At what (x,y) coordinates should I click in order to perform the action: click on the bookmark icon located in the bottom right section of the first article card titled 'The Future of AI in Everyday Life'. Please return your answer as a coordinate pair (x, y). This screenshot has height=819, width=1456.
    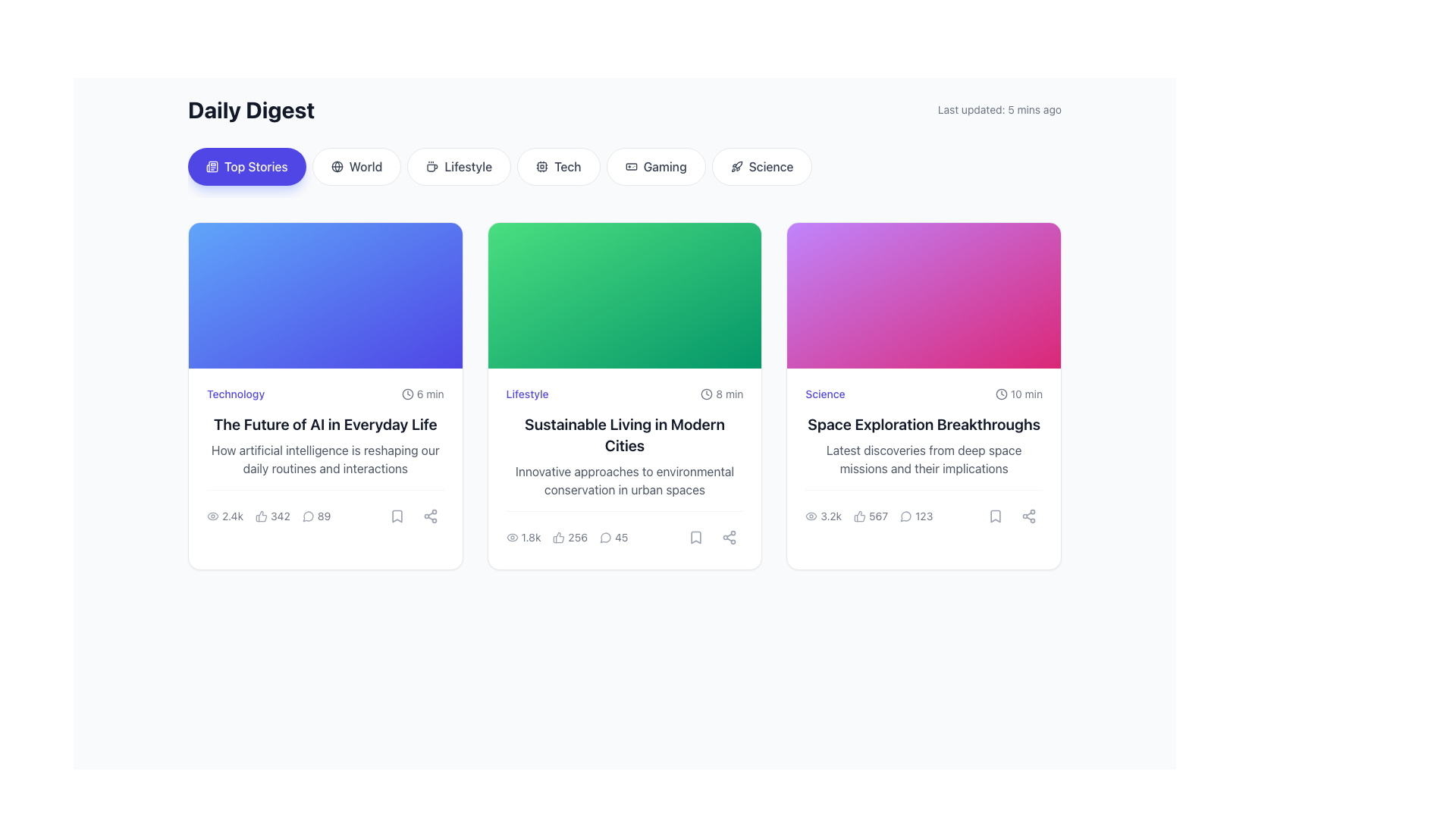
    Looking at the image, I should click on (397, 516).